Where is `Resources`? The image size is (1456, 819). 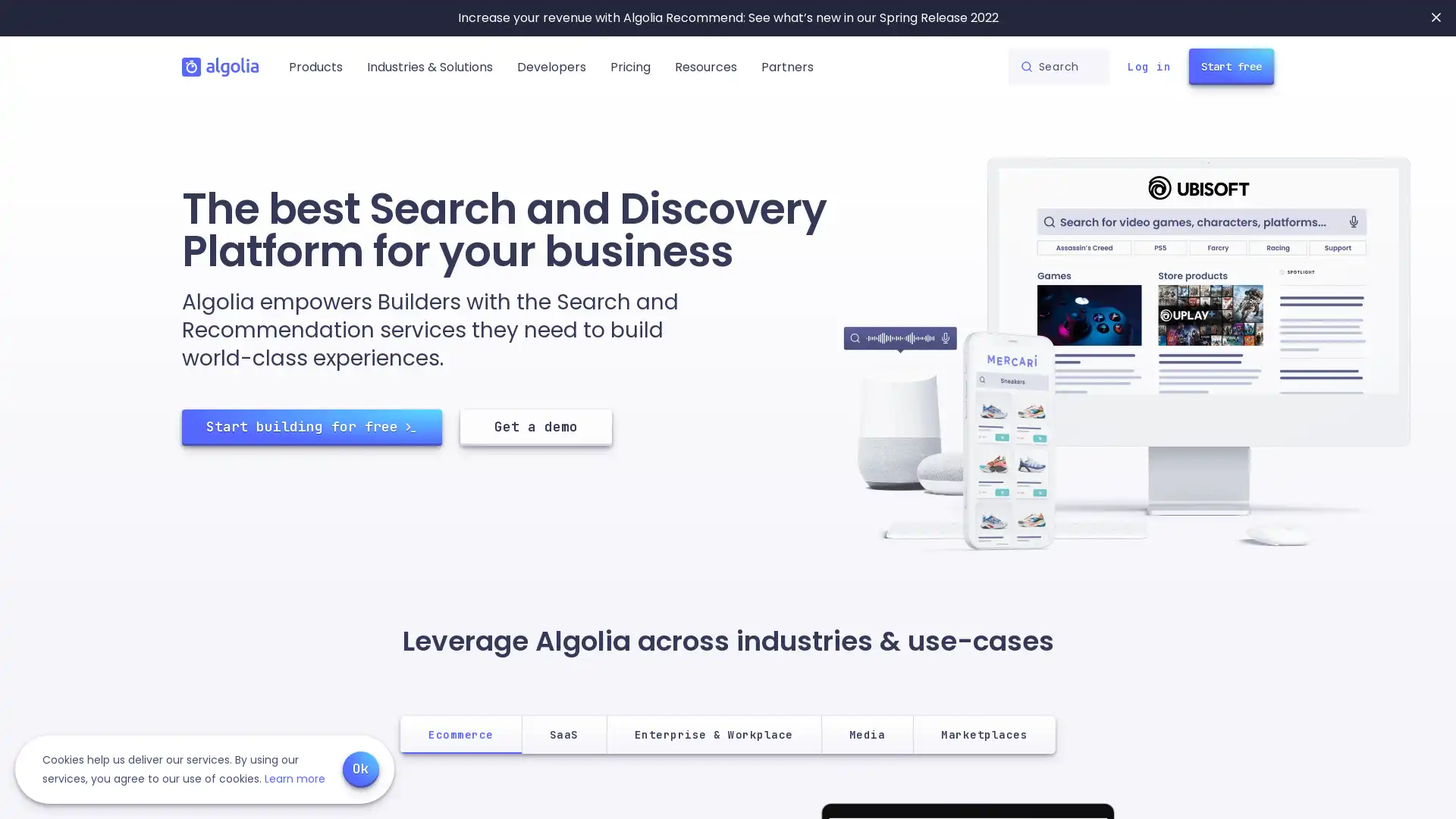
Resources is located at coordinates (711, 66).